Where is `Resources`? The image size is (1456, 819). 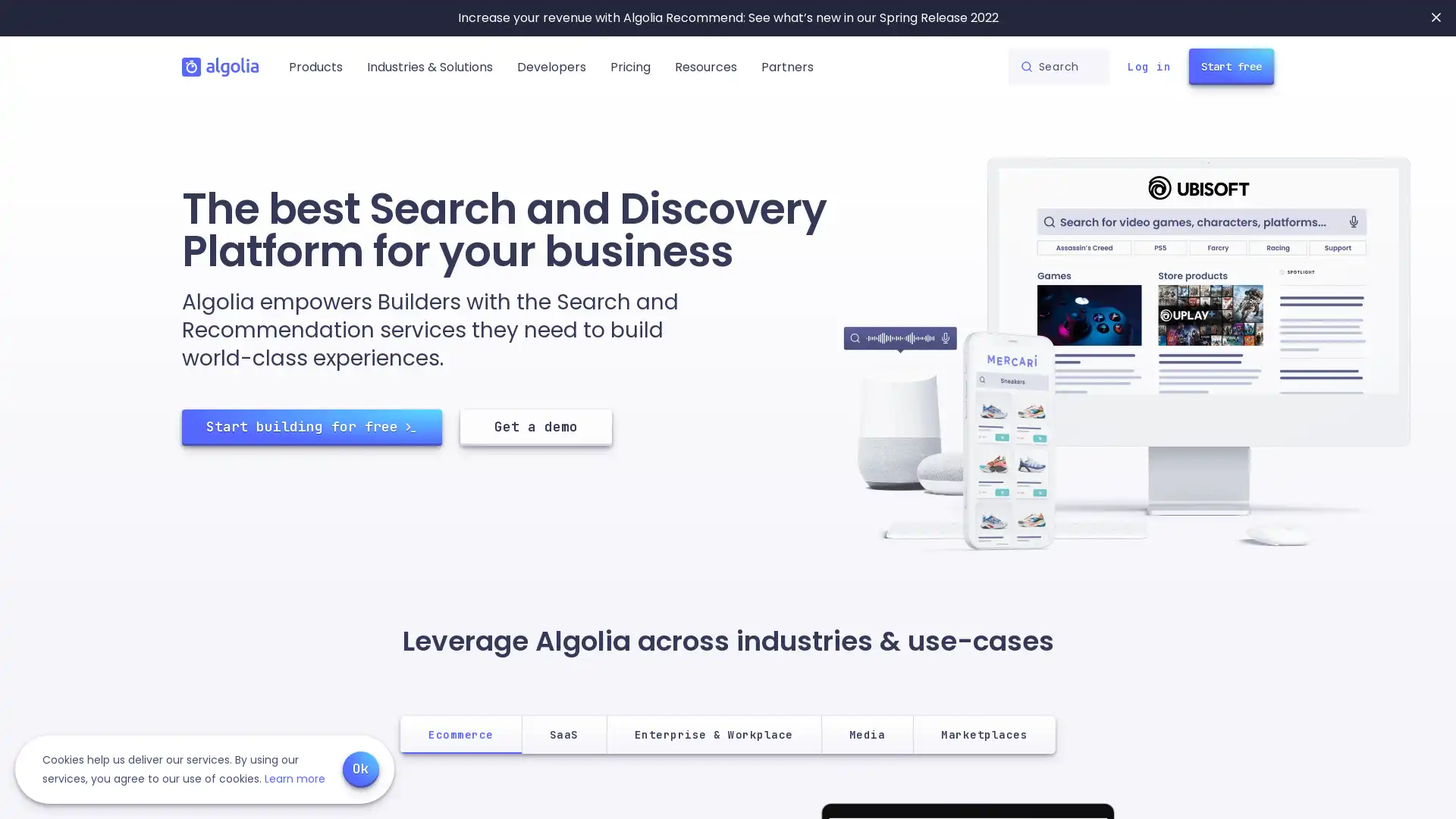
Resources is located at coordinates (711, 66).